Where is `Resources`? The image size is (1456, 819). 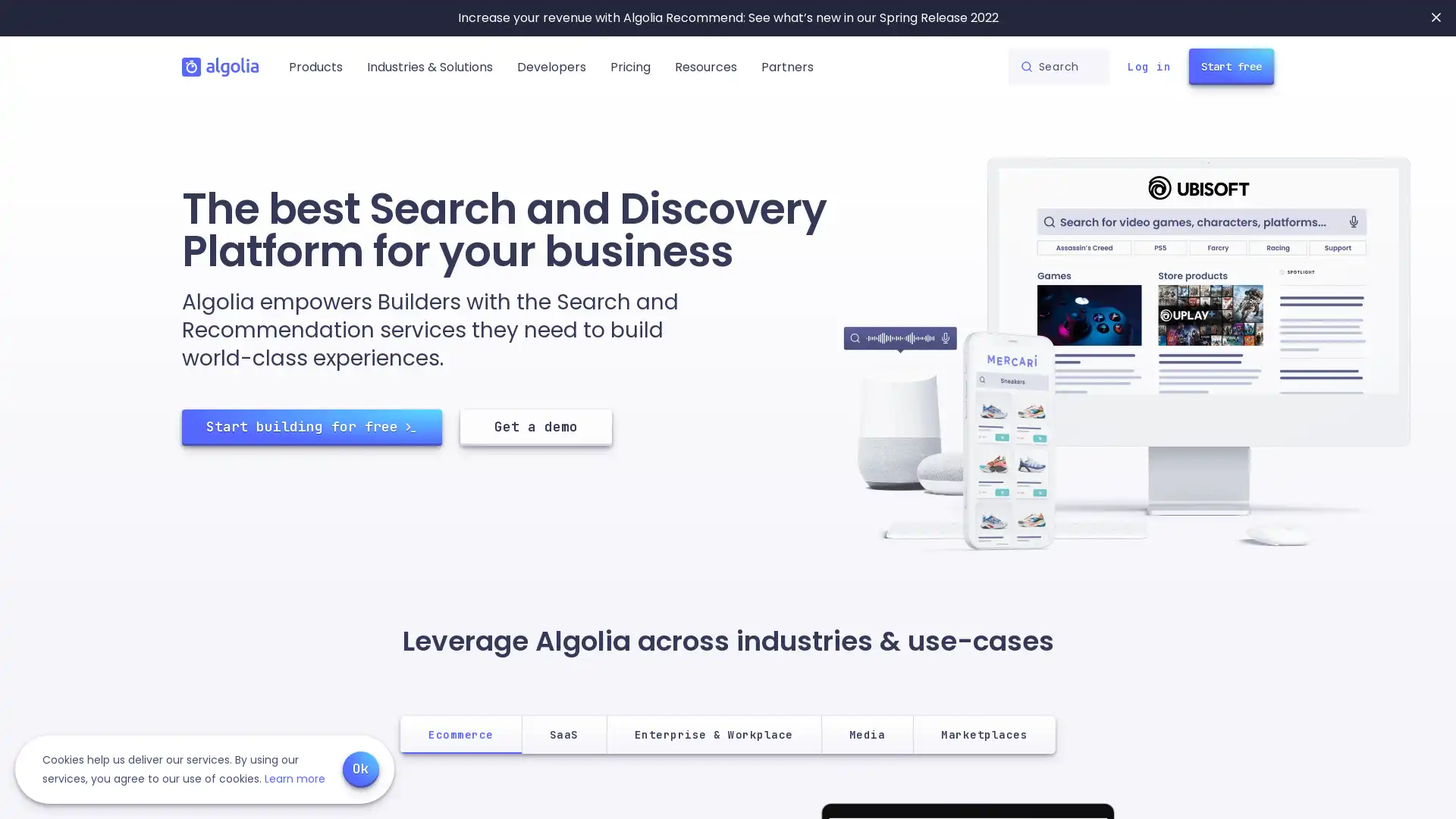
Resources is located at coordinates (711, 66).